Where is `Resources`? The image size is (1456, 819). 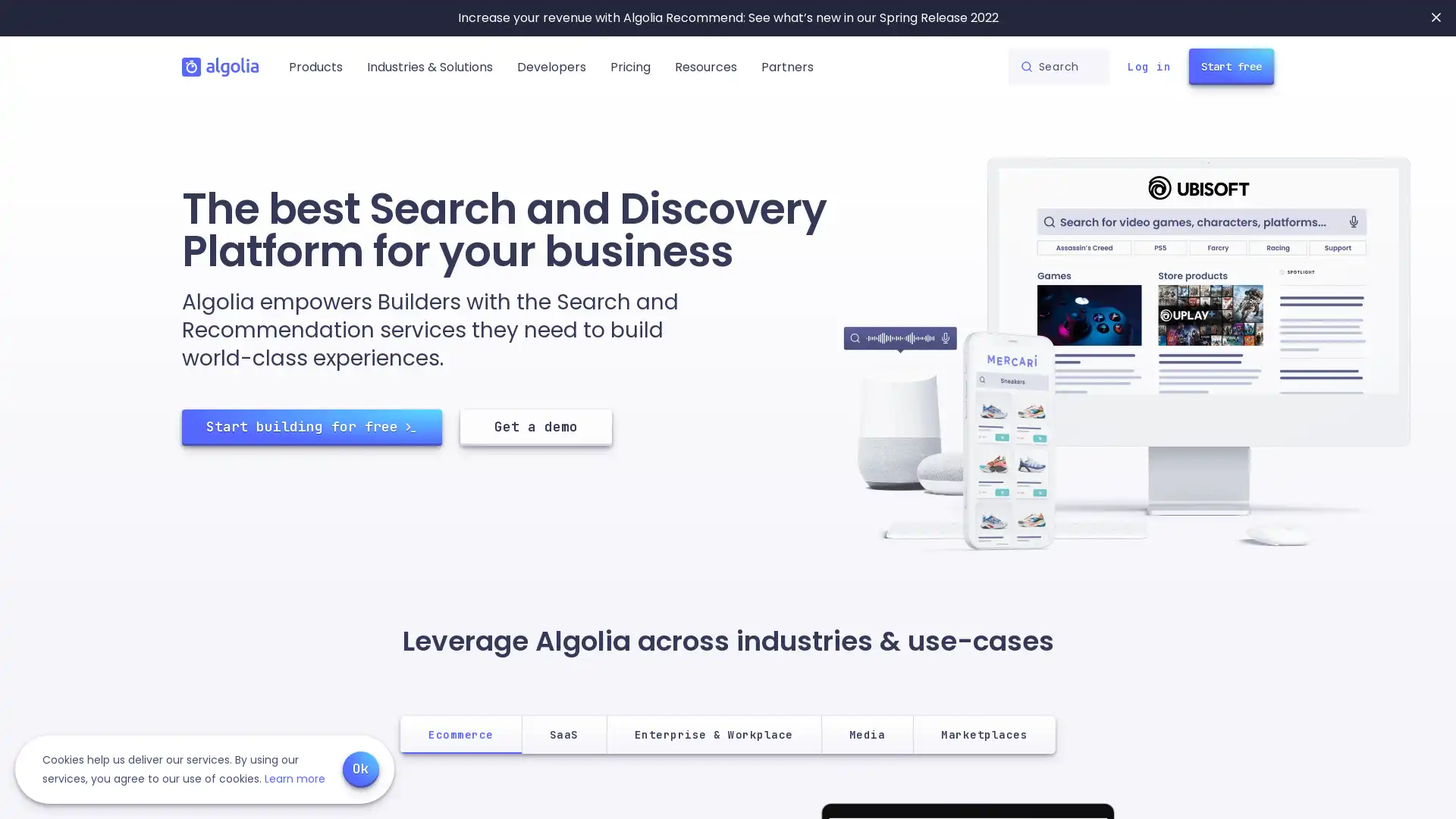
Resources is located at coordinates (711, 66).